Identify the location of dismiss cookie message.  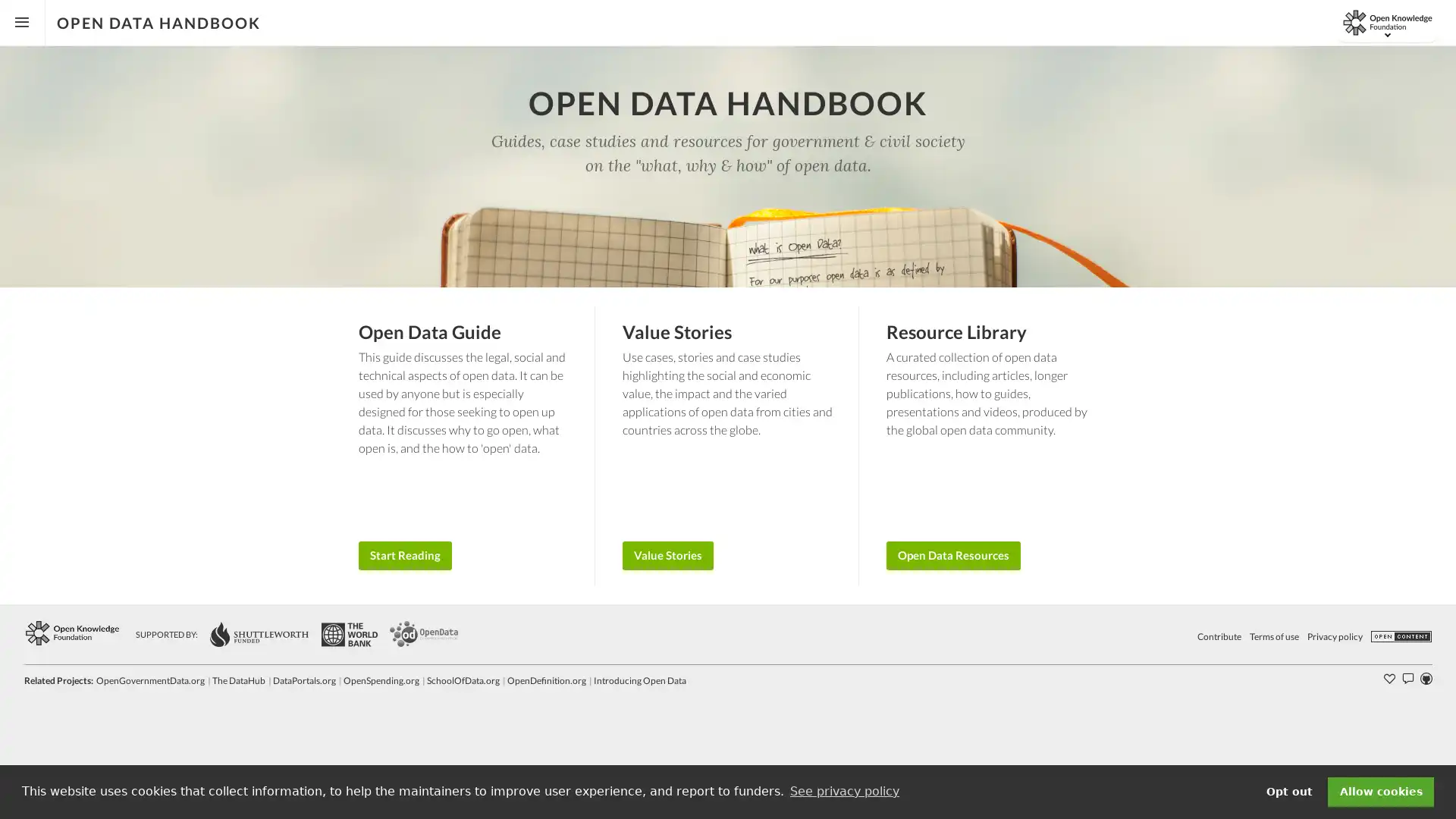
(1380, 791).